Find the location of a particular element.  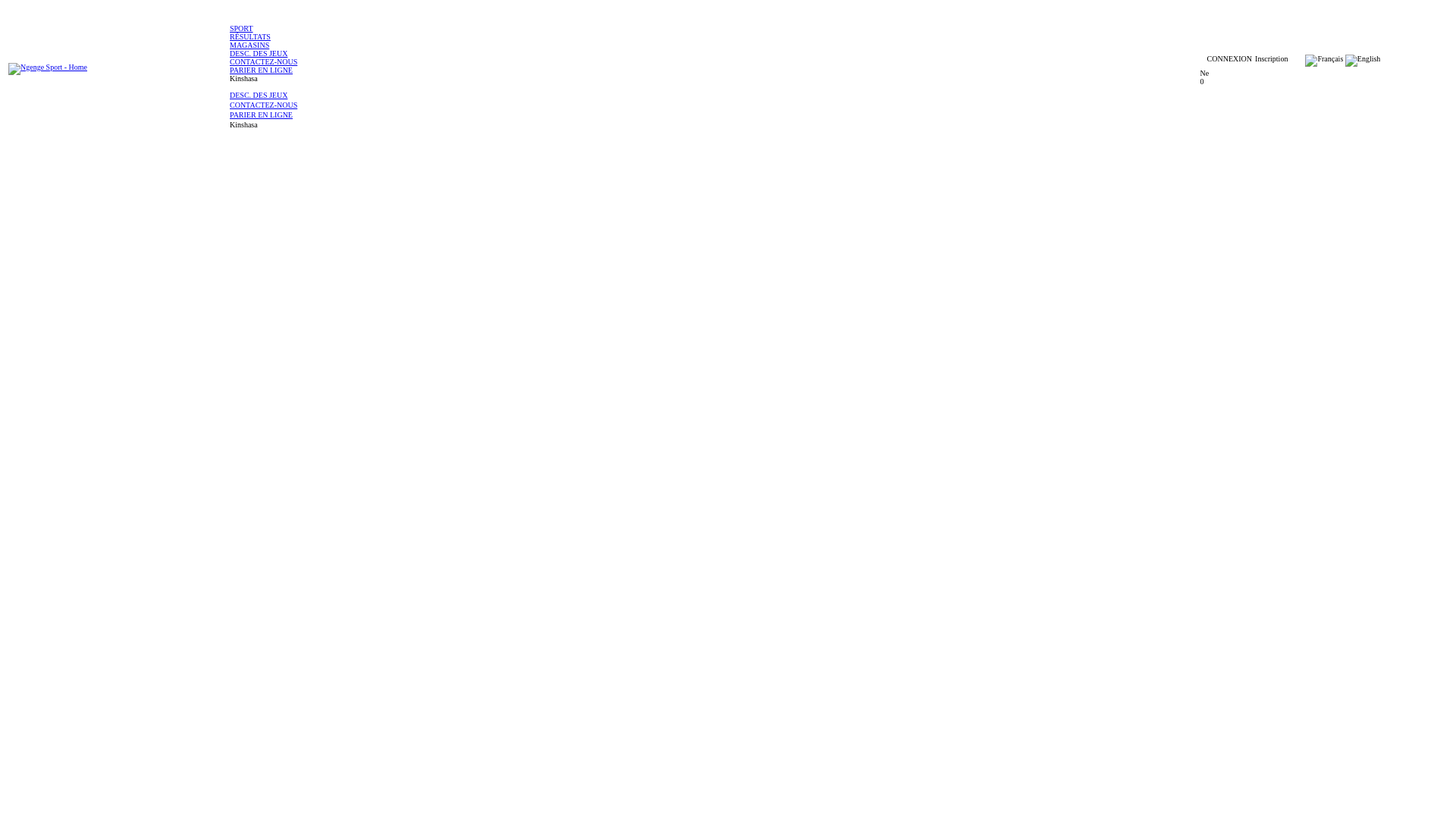

'CONNEXION' is located at coordinates (1207, 58).